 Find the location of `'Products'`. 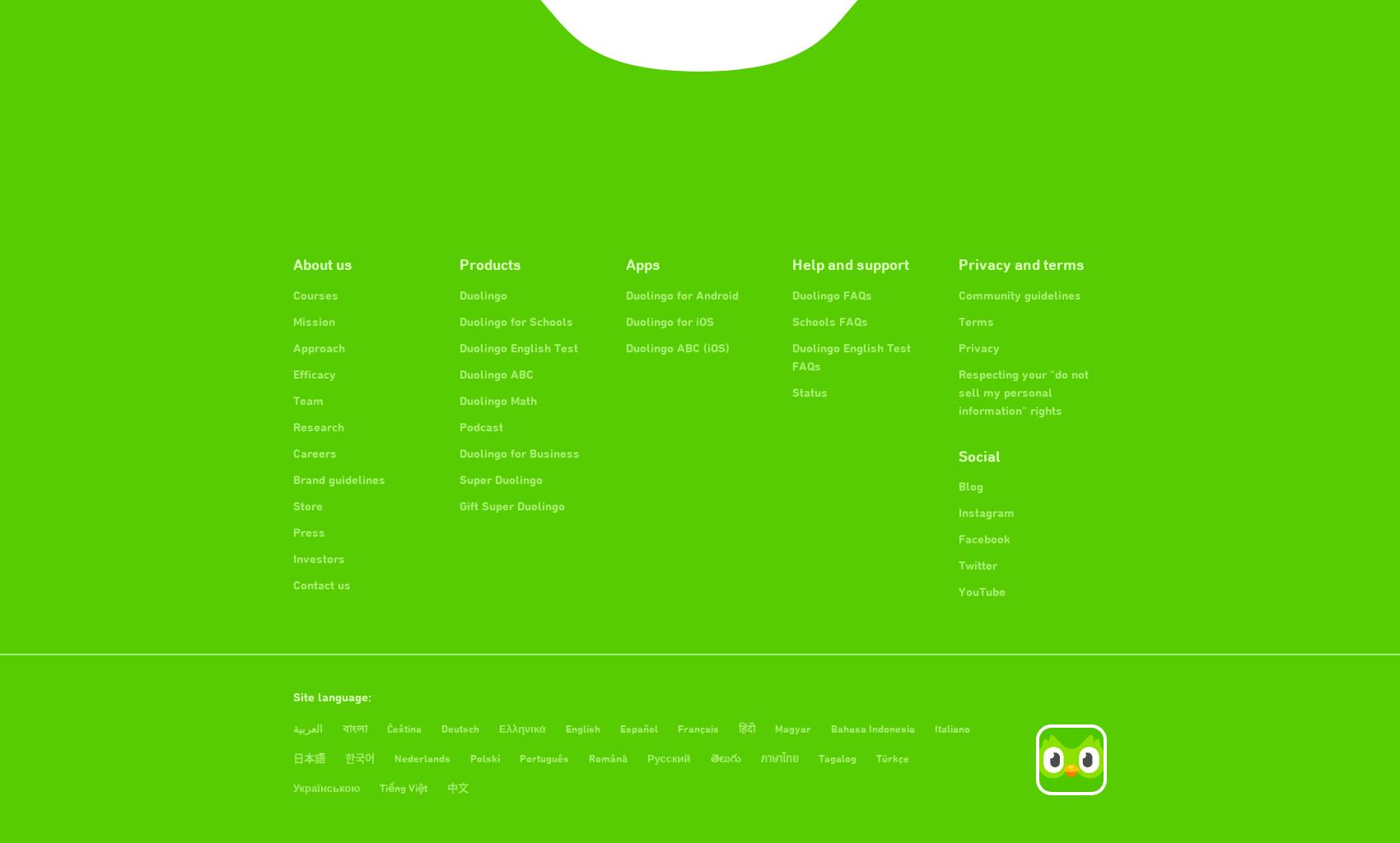

'Products' is located at coordinates (489, 263).